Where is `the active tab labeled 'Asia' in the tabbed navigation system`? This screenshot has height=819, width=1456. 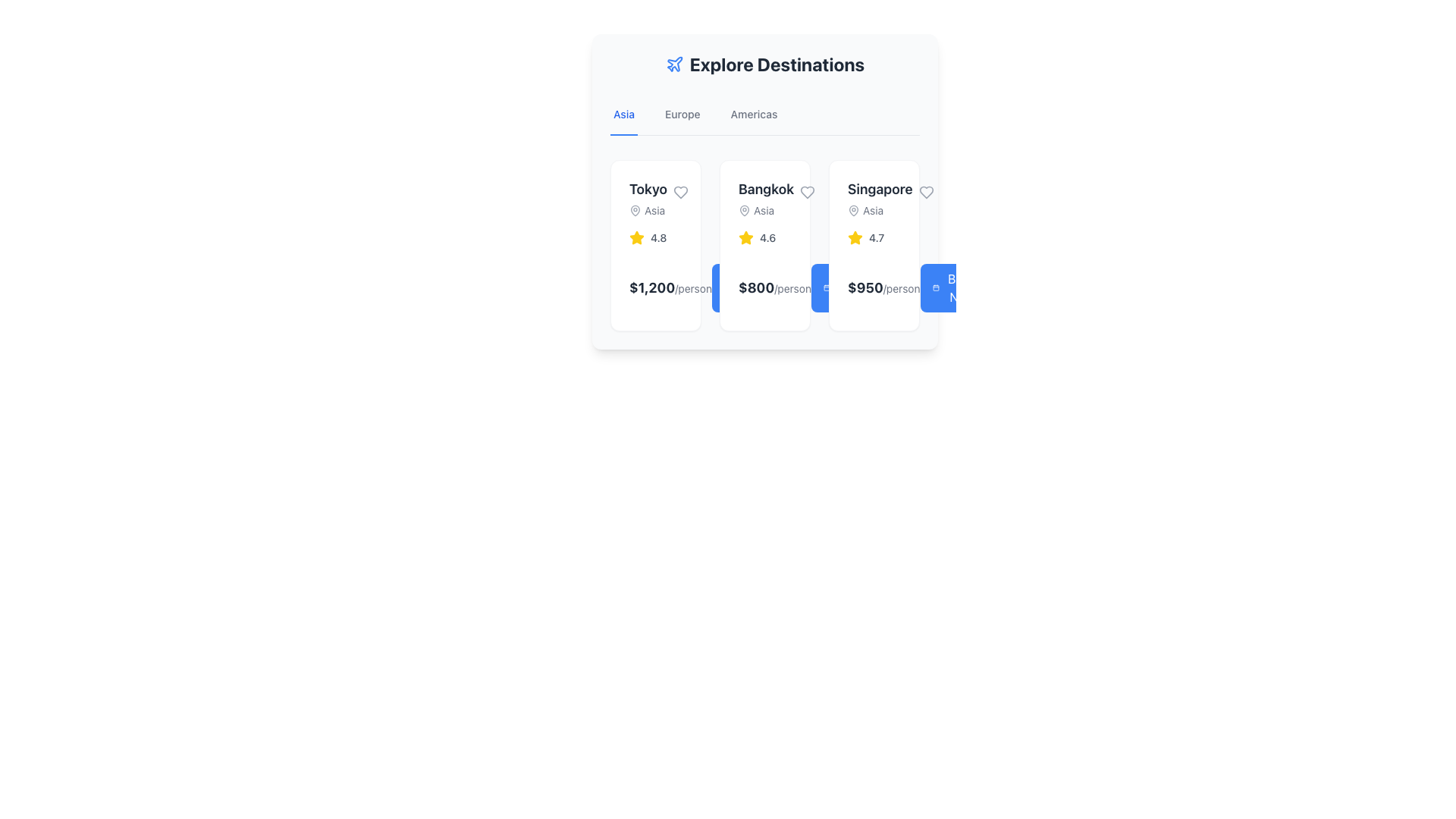 the active tab labeled 'Asia' in the tabbed navigation system is located at coordinates (624, 114).